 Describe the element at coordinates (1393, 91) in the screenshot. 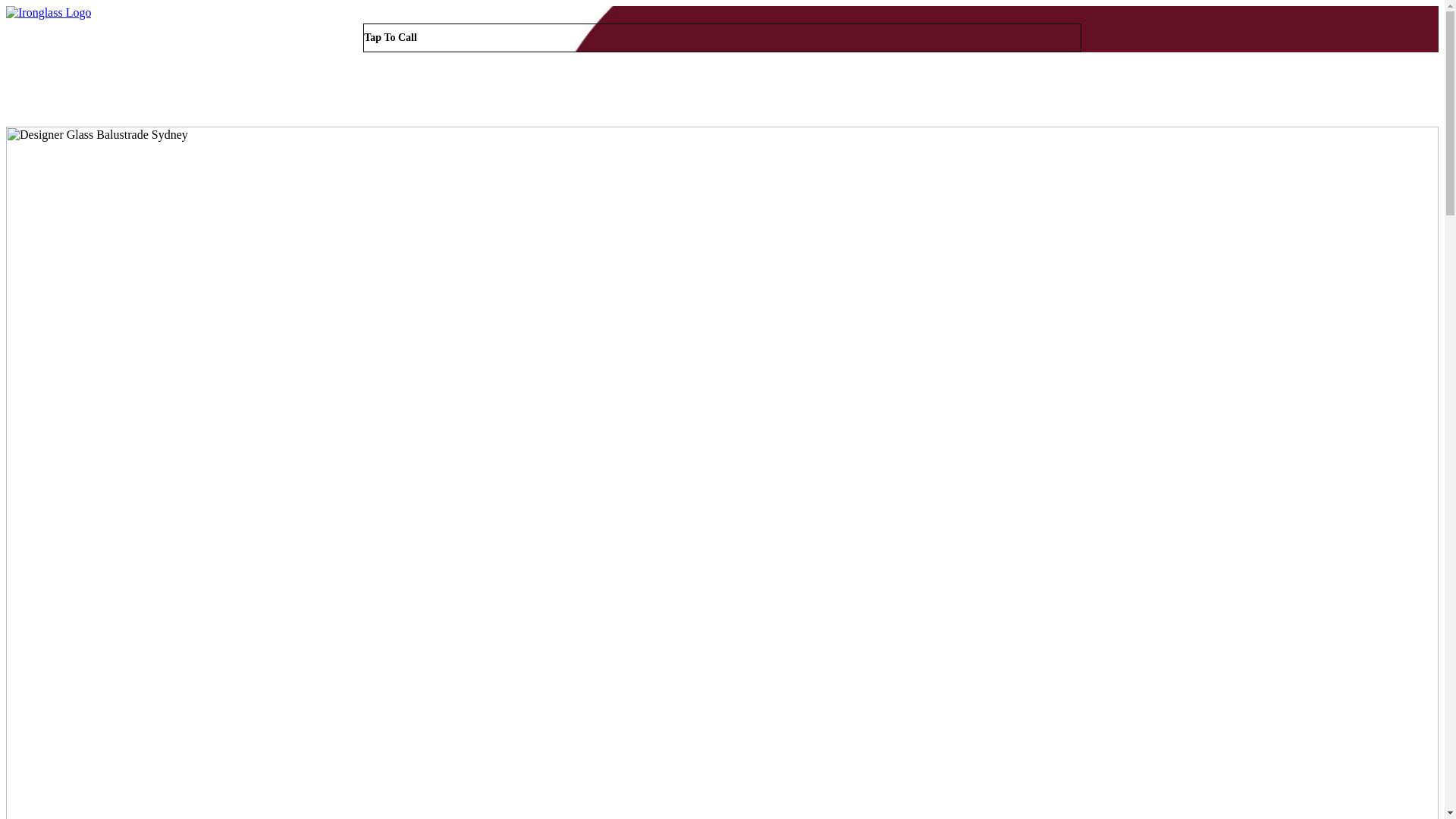

I see `'Contact'` at that location.